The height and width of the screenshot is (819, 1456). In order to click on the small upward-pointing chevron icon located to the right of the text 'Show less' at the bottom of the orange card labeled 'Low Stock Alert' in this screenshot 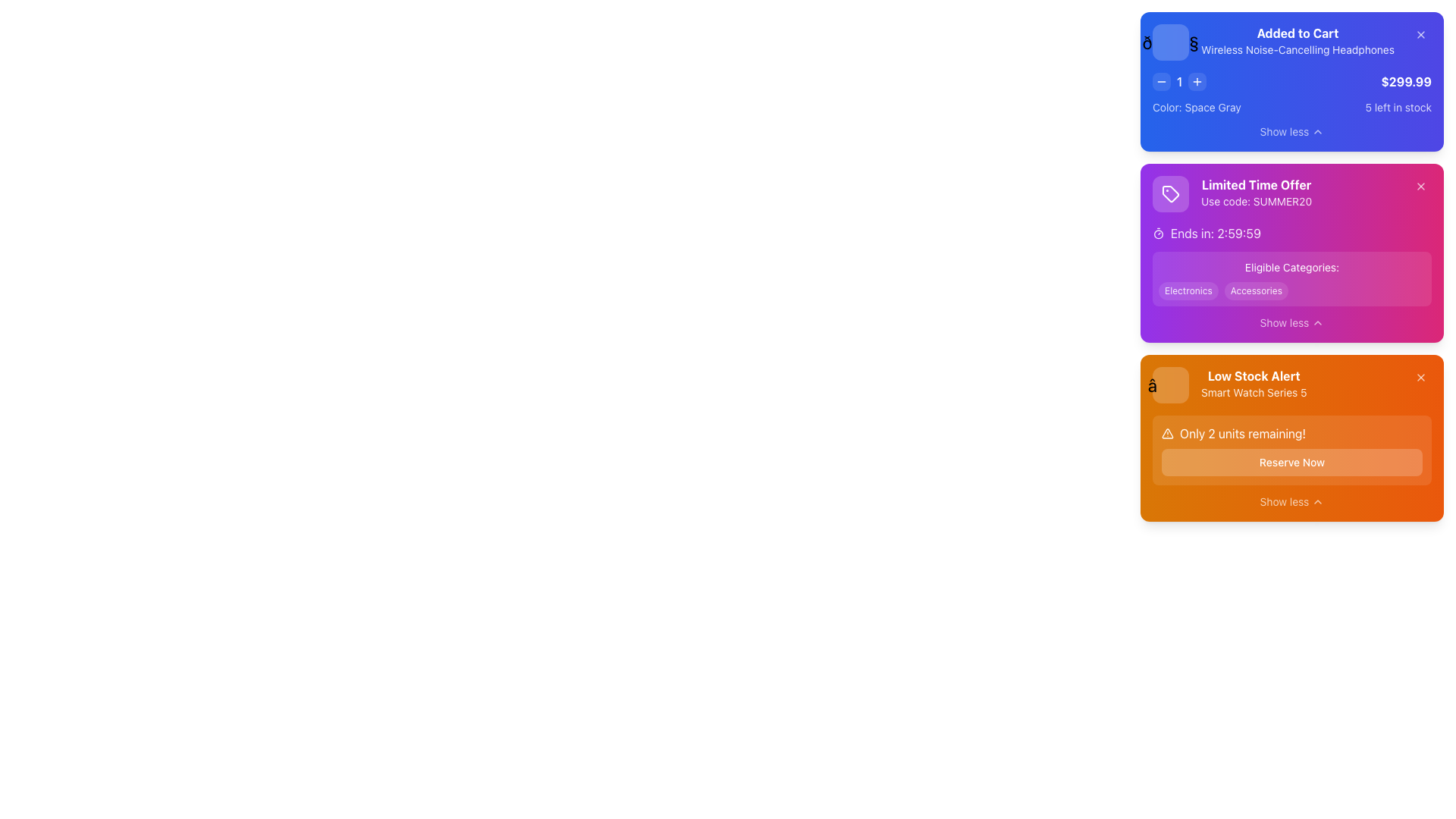, I will do `click(1316, 502)`.